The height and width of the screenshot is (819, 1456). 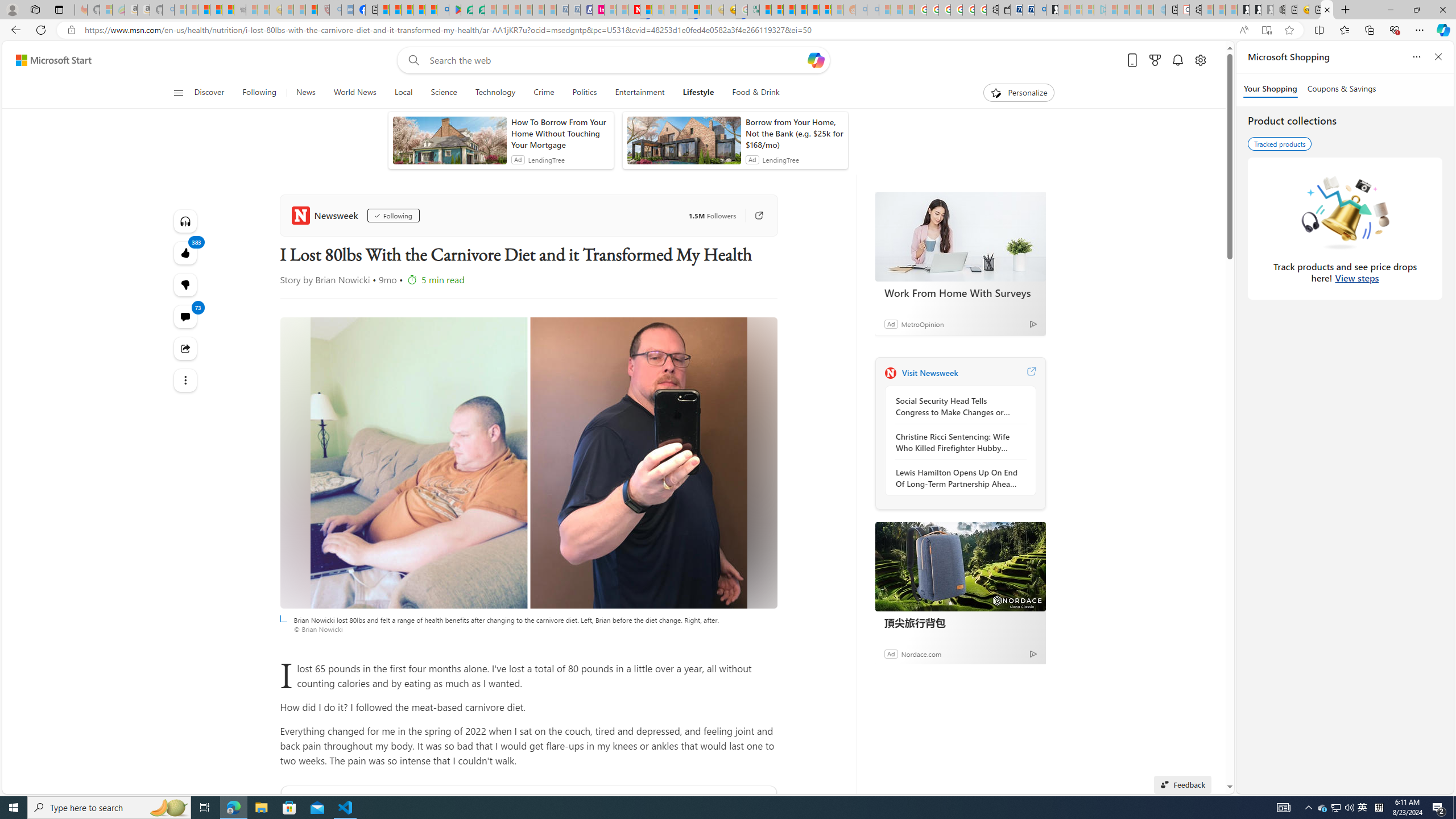 I want to click on 'Refresh', so click(x=40, y=29).